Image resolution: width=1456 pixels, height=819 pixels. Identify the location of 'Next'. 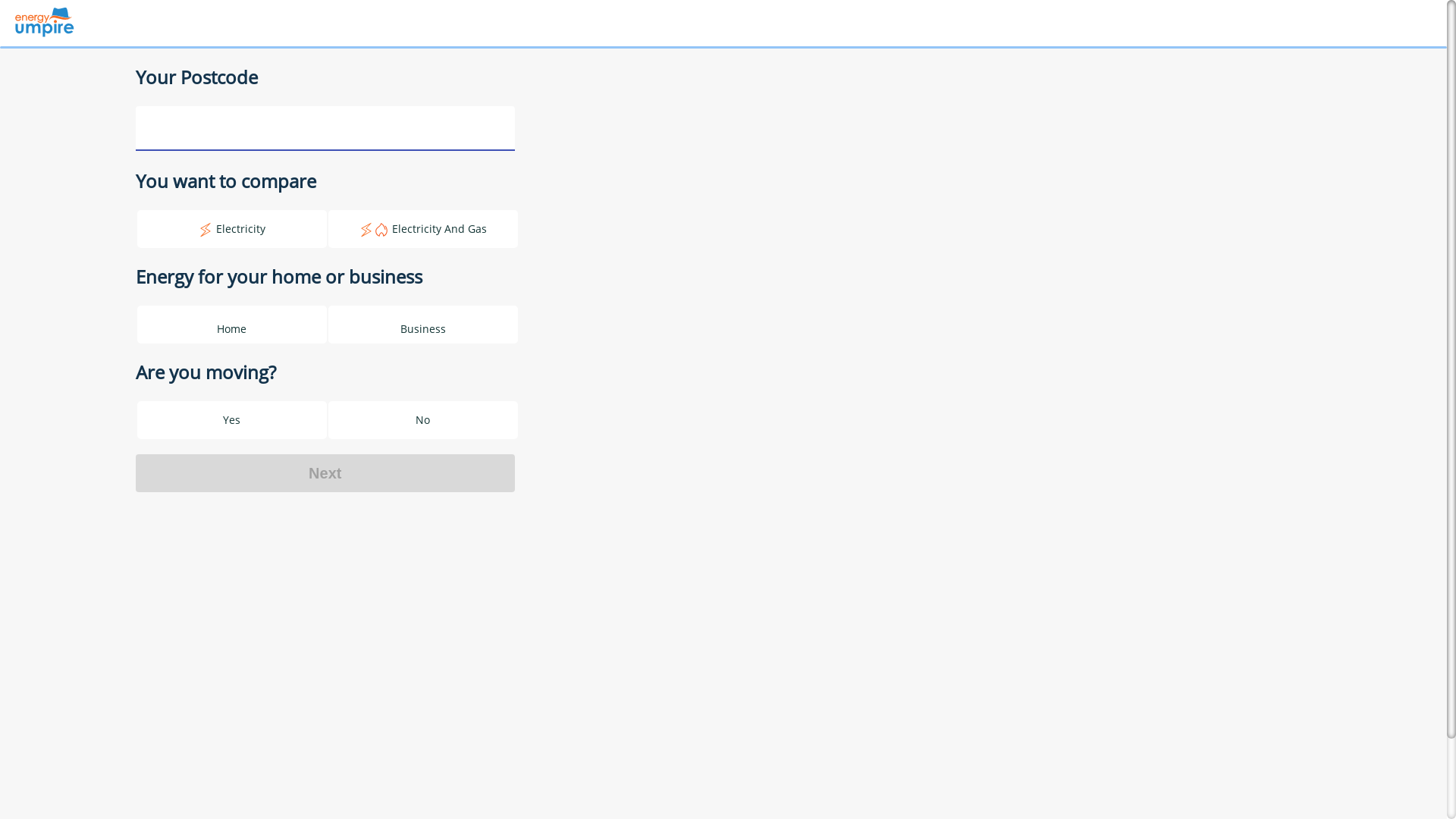
(324, 472).